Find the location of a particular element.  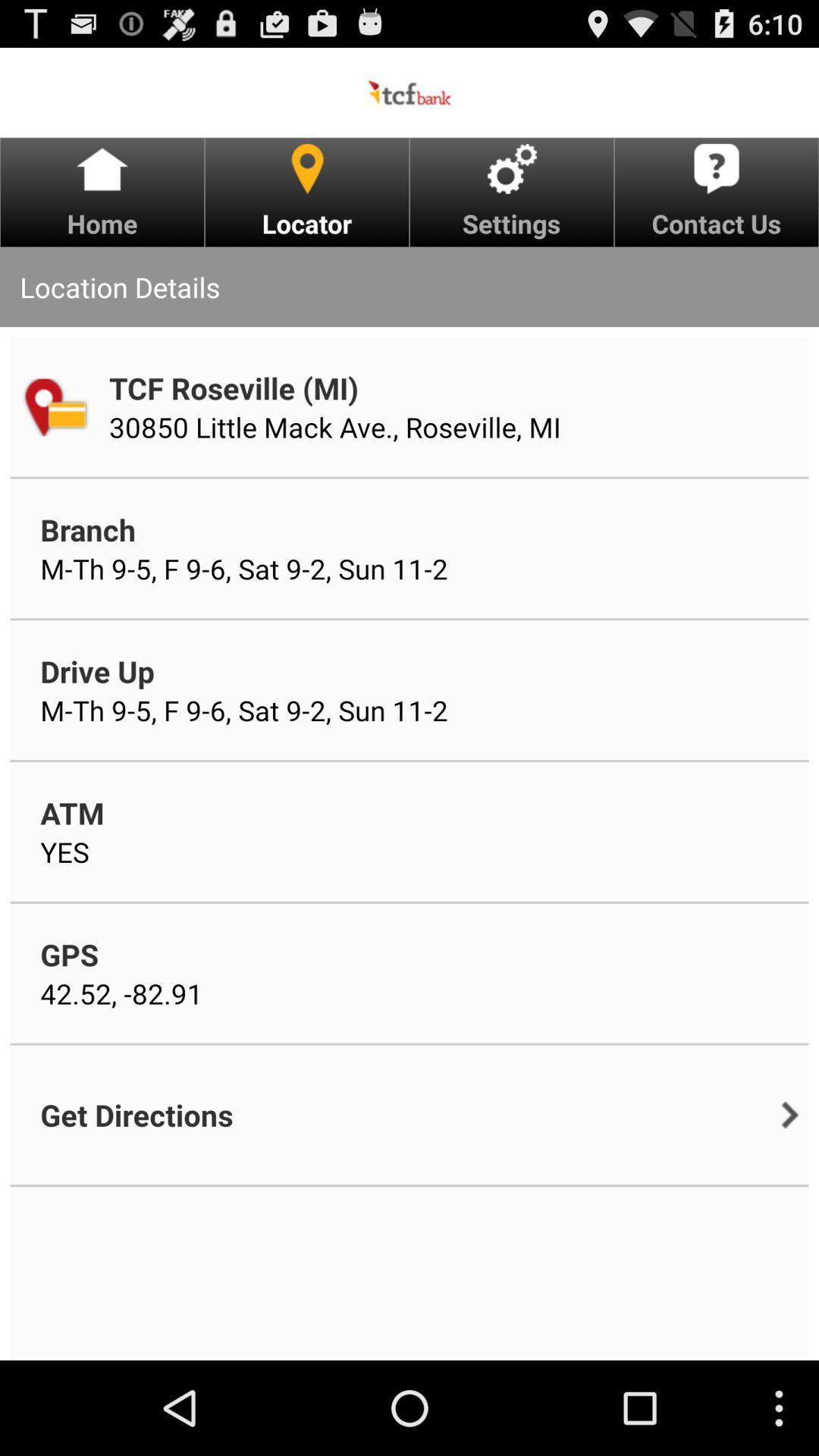

the item below m th 9 icon is located at coordinates (97, 670).